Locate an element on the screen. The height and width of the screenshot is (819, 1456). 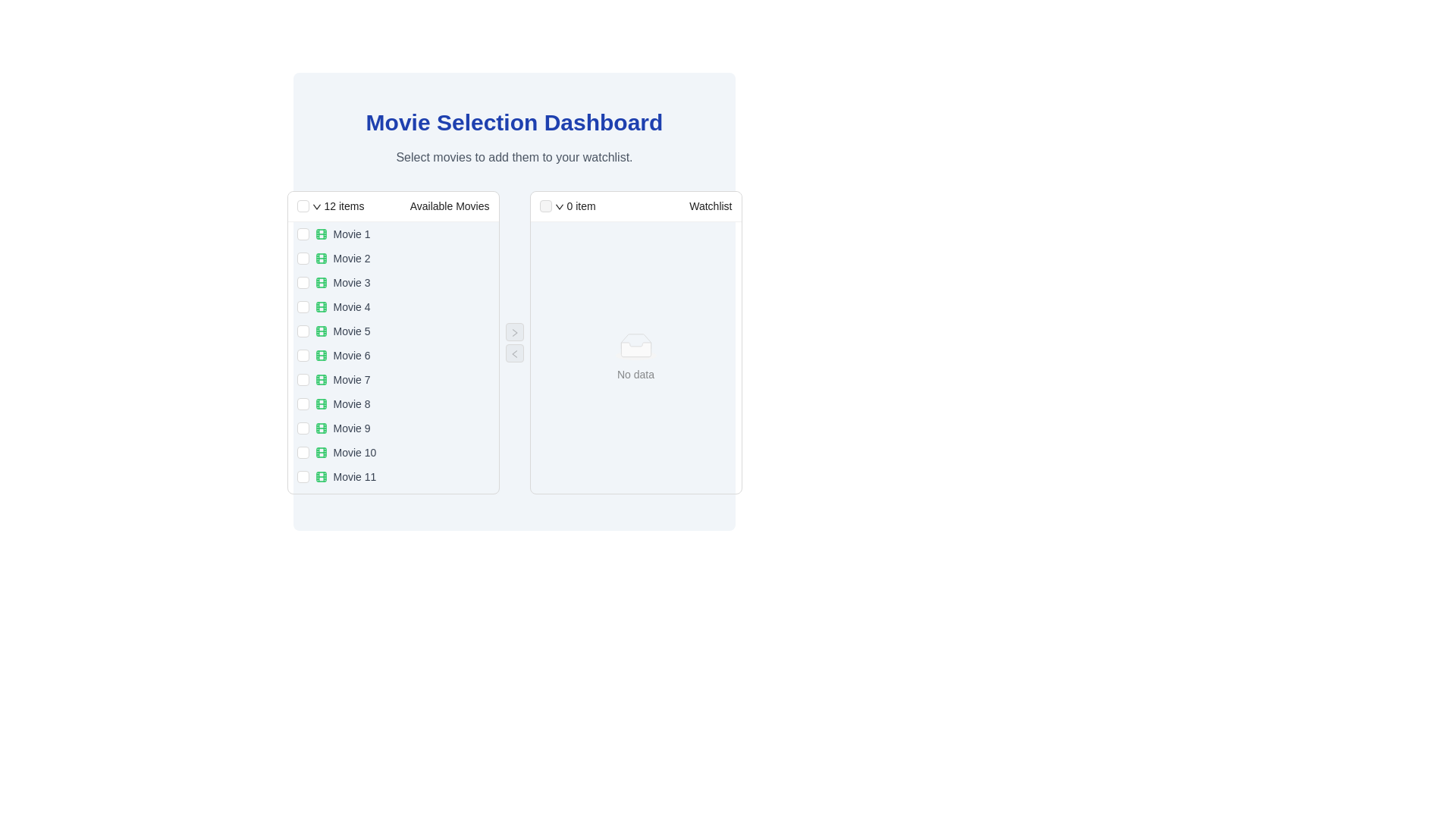
the text label for the movie entry positioned in the second row of the 'Available Movies' list, located beneath 'Movie 1' and above 'Movie 3' is located at coordinates (351, 257).